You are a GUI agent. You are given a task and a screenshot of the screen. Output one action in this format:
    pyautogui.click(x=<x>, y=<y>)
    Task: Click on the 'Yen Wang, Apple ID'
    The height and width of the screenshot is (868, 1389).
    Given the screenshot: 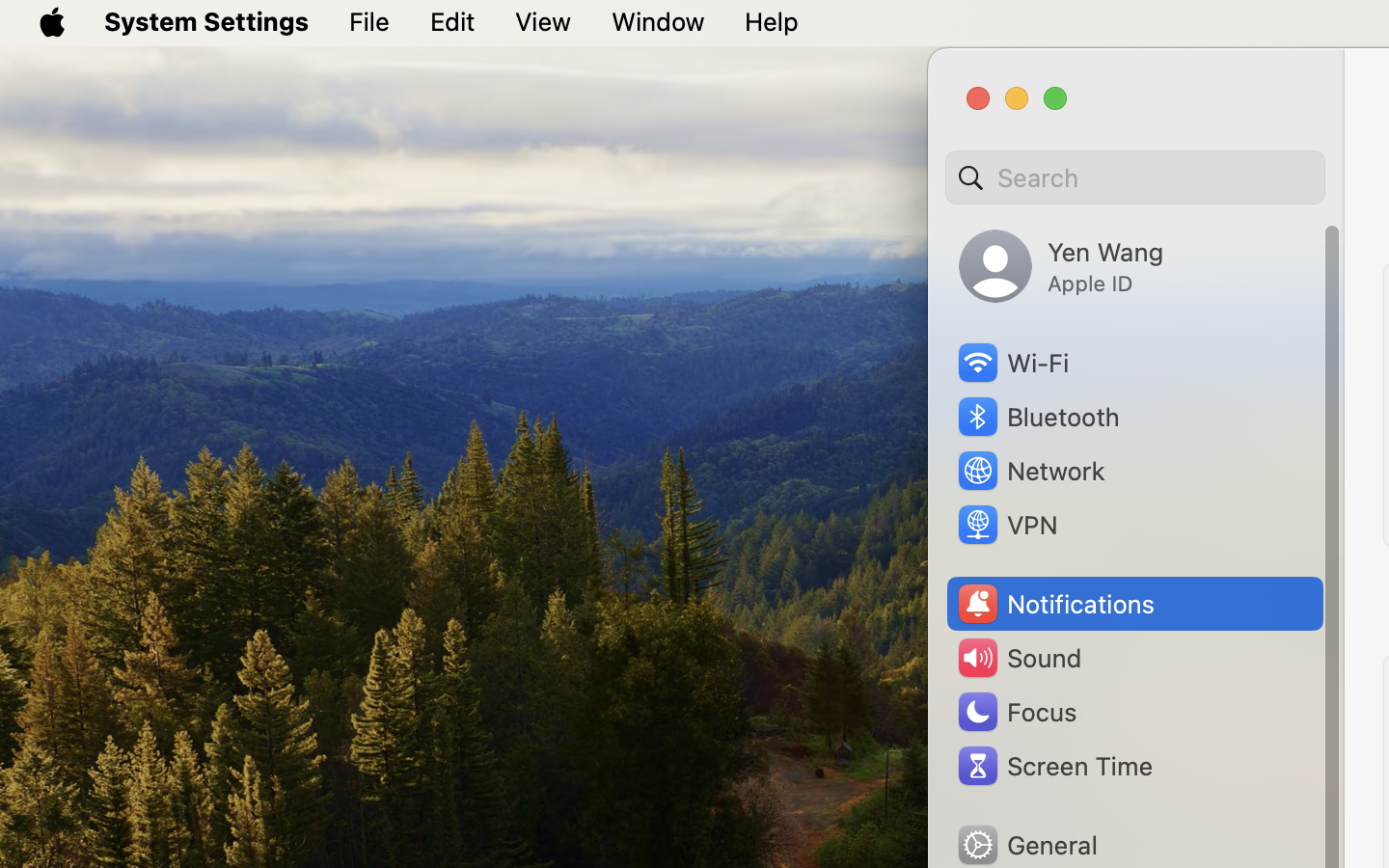 What is the action you would take?
    pyautogui.click(x=1060, y=265)
    